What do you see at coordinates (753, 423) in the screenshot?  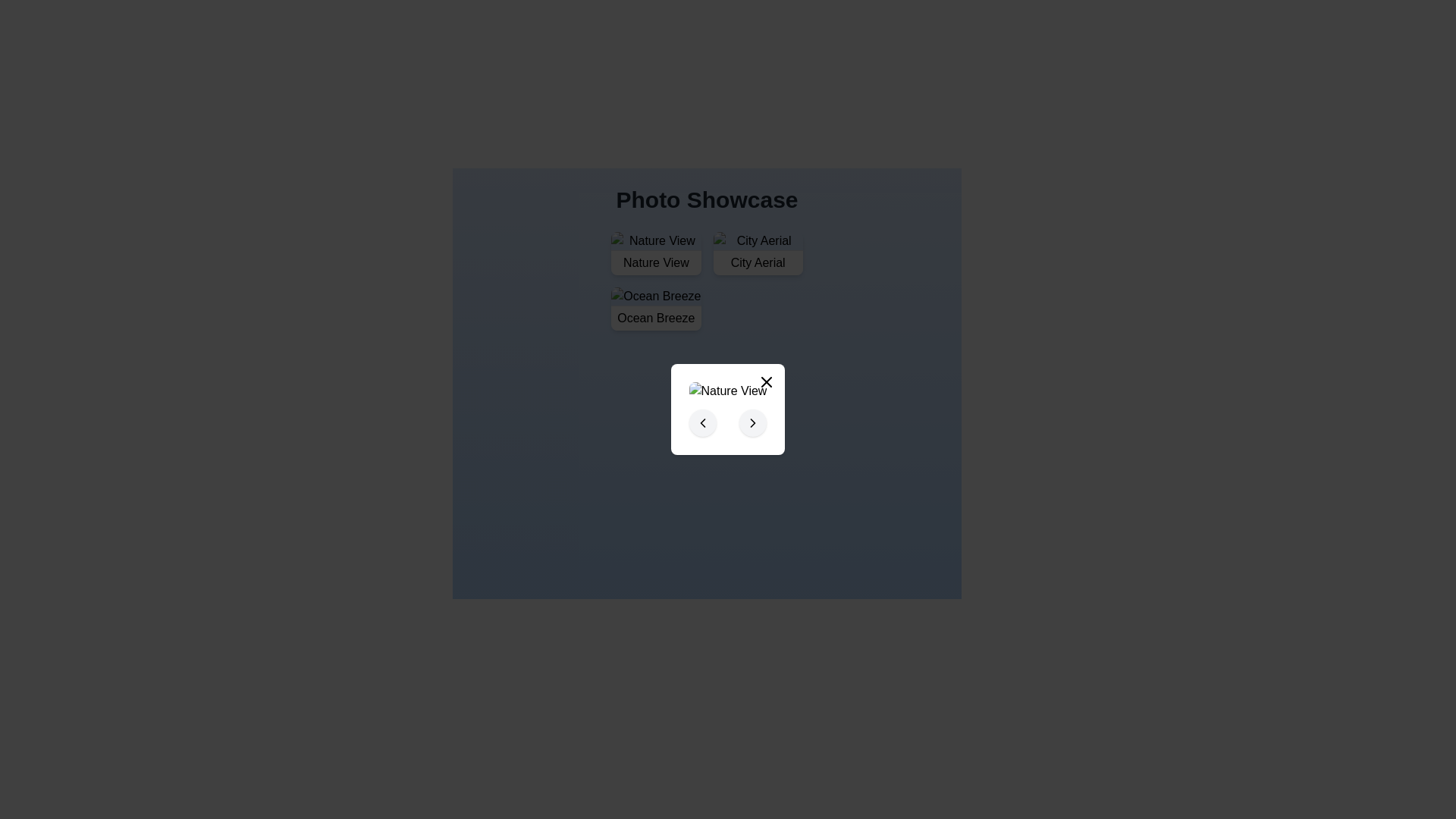 I see `the right-pointing arrow icon button with a grey background` at bounding box center [753, 423].